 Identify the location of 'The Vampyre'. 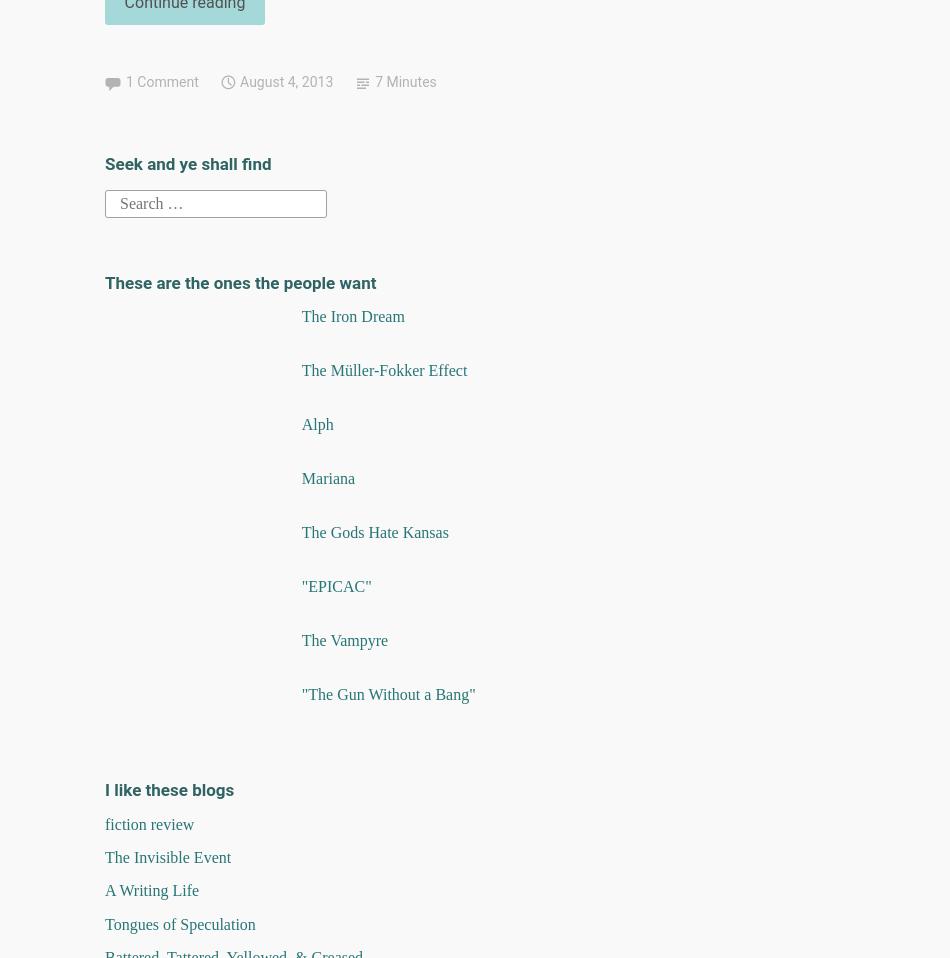
(343, 639).